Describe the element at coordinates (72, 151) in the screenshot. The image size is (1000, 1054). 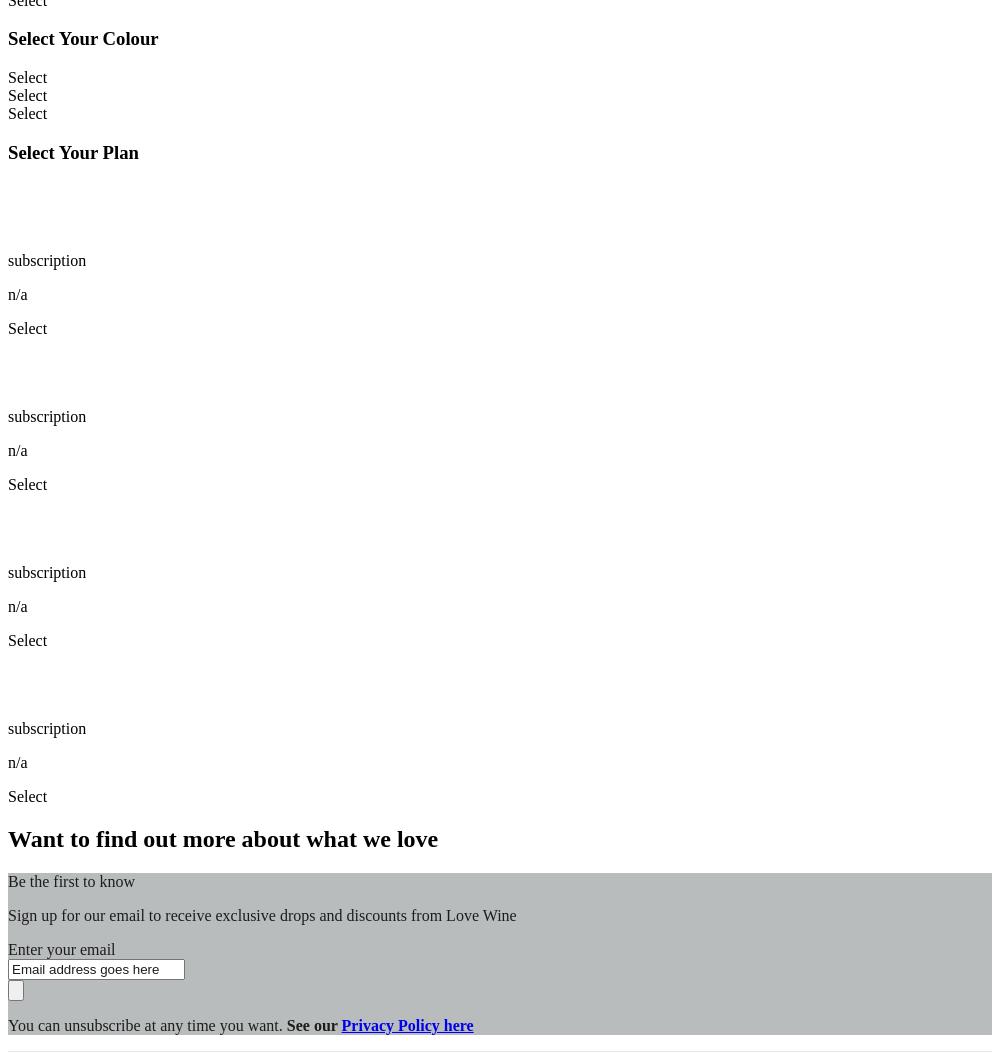
I see `'Select Your Plan'` at that location.